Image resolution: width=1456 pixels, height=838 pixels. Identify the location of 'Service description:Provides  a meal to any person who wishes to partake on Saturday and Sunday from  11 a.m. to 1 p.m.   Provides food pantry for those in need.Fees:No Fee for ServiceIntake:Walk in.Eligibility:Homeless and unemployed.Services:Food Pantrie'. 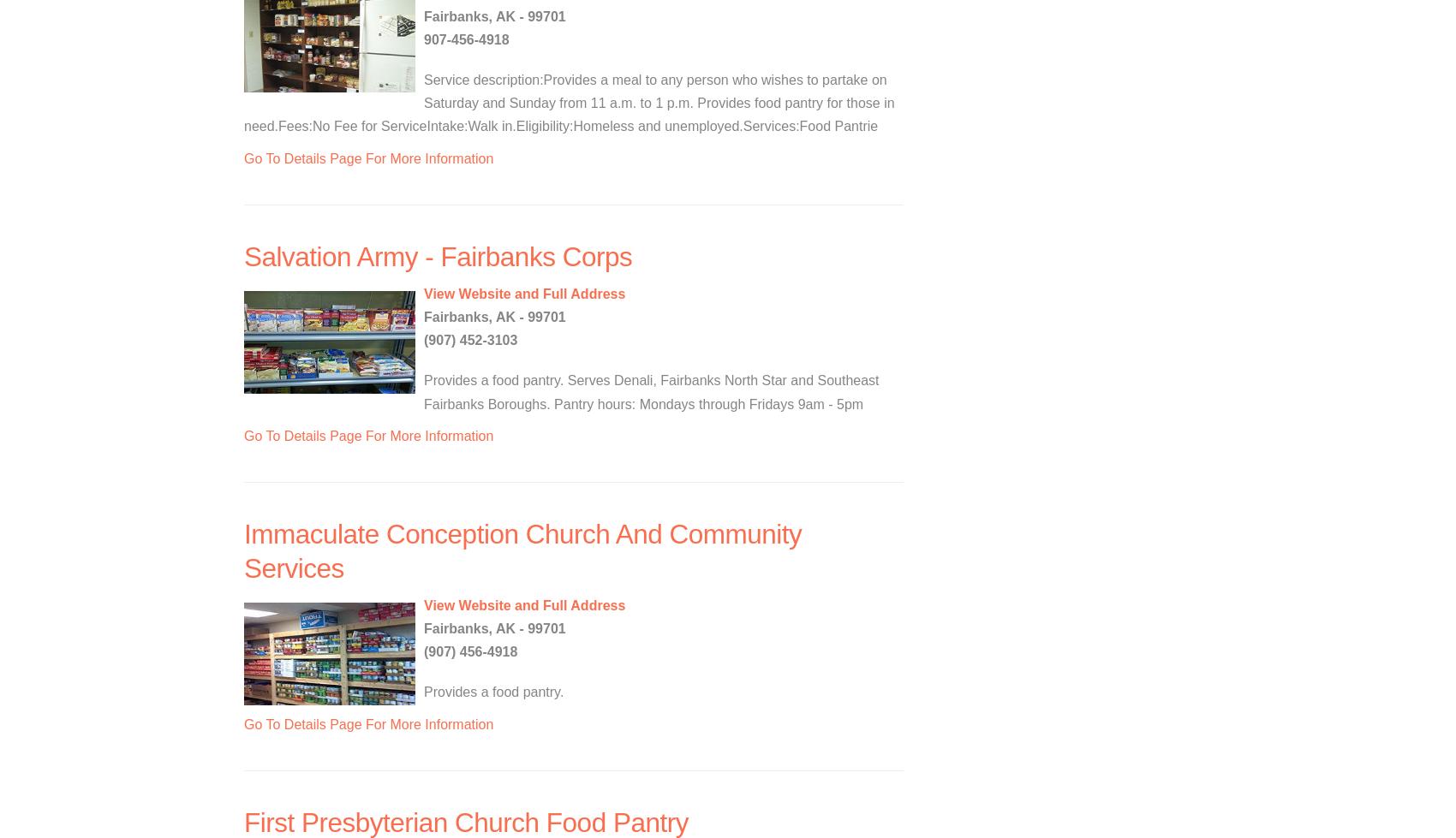
(569, 103).